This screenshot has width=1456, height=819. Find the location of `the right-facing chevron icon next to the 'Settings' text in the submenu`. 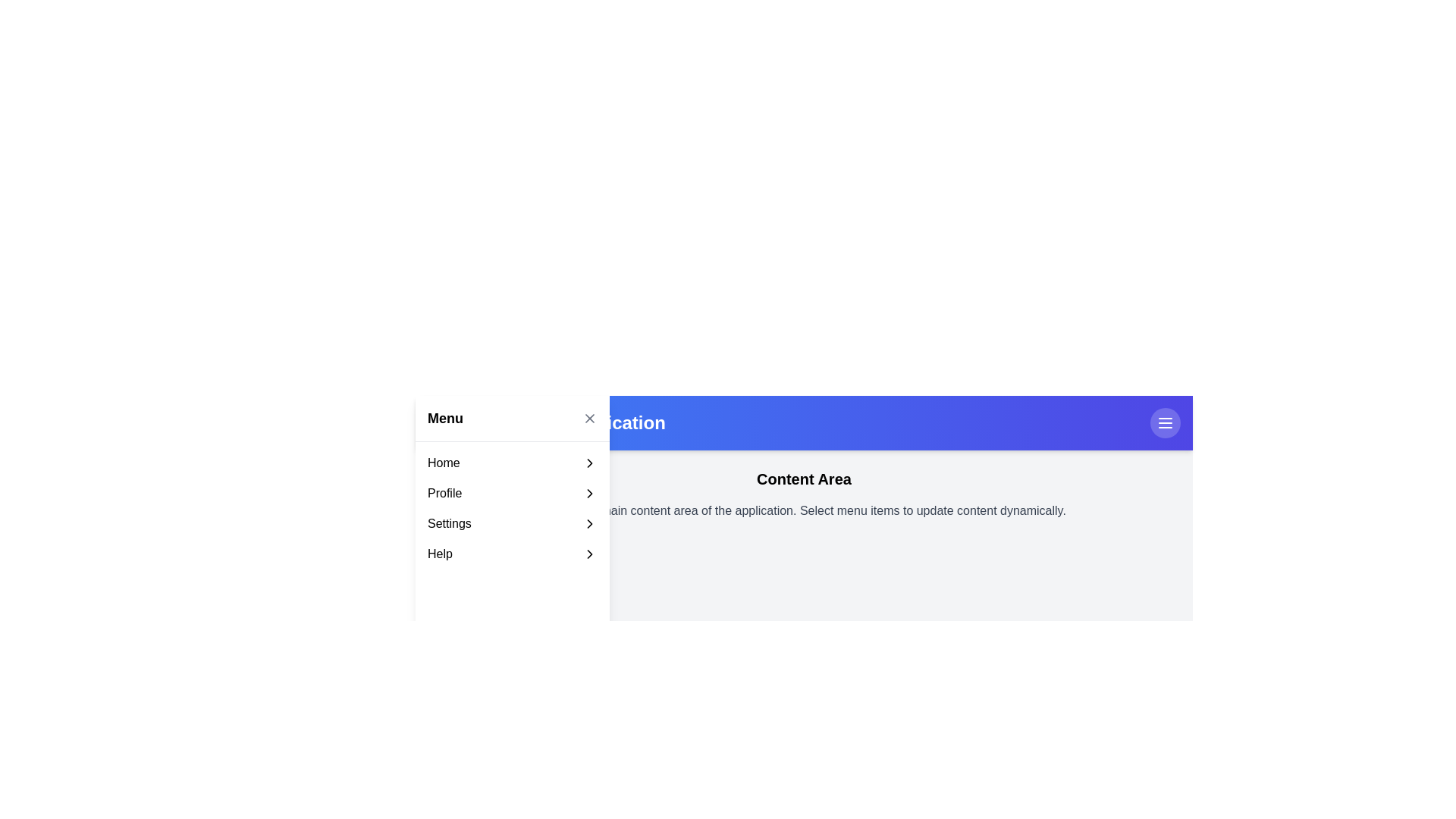

the right-facing chevron icon next to the 'Settings' text in the submenu is located at coordinates (588, 522).